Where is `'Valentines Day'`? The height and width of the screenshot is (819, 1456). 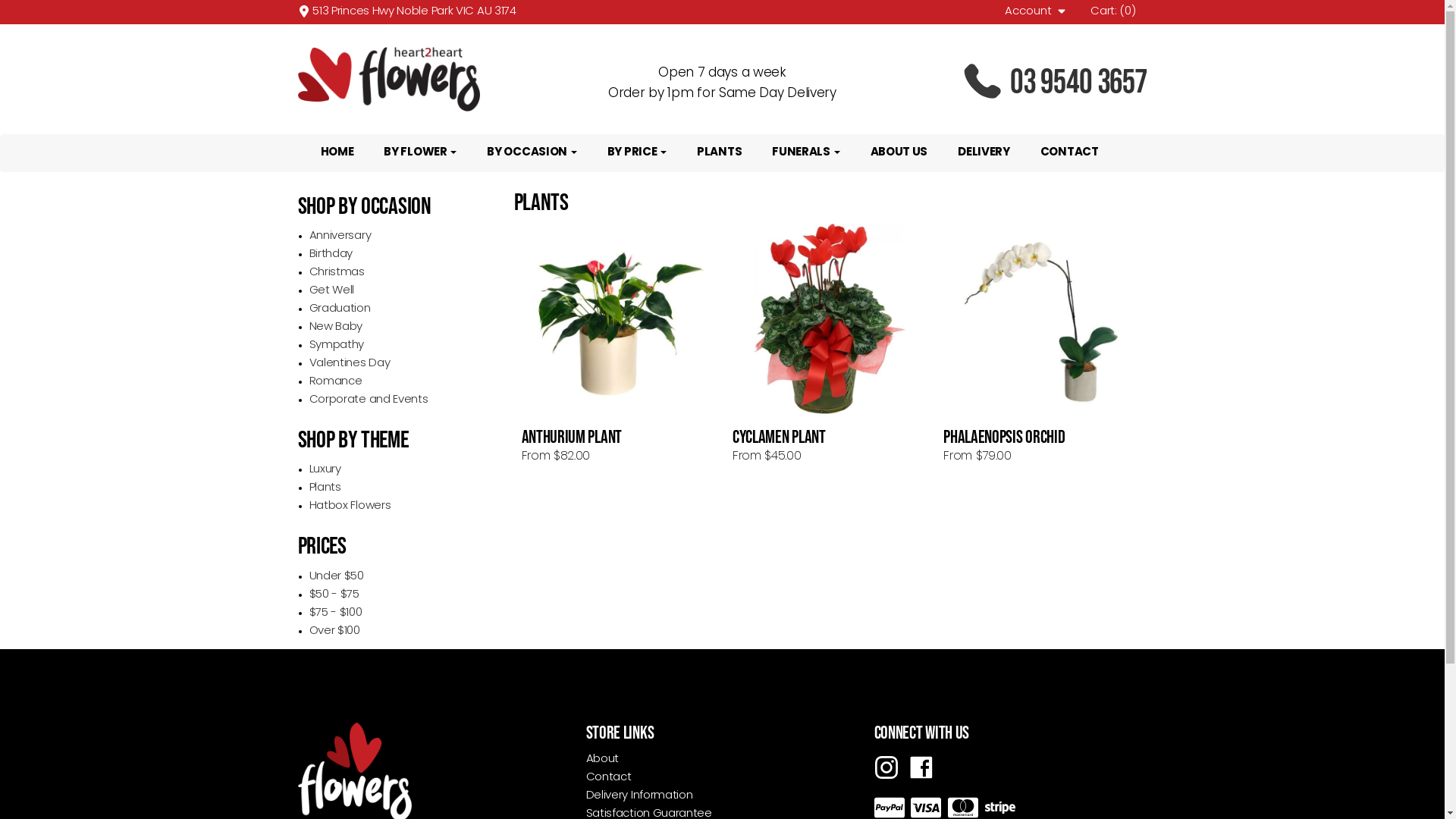 'Valentines Day' is located at coordinates (349, 363).